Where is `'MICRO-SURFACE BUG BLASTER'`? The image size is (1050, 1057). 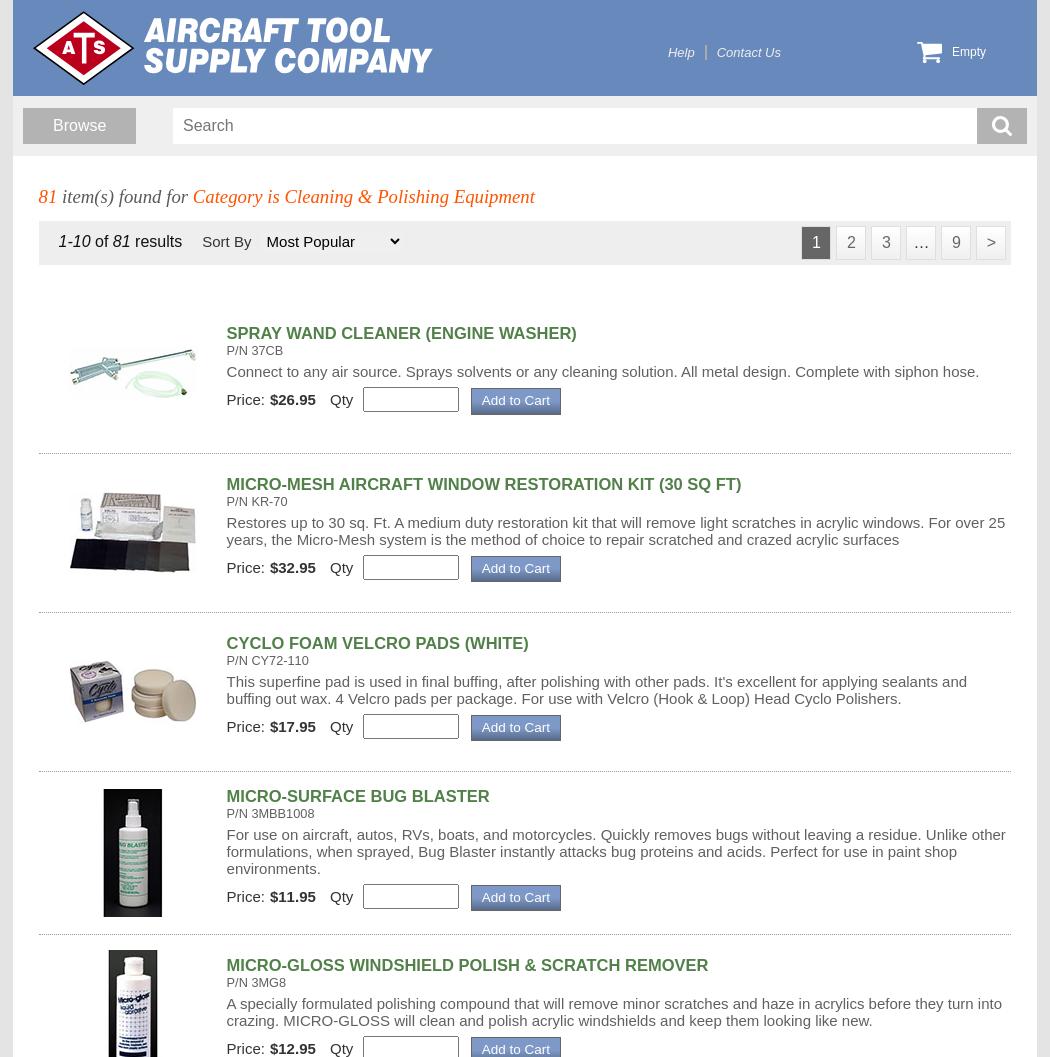
'MICRO-SURFACE BUG BLASTER' is located at coordinates (356, 794).